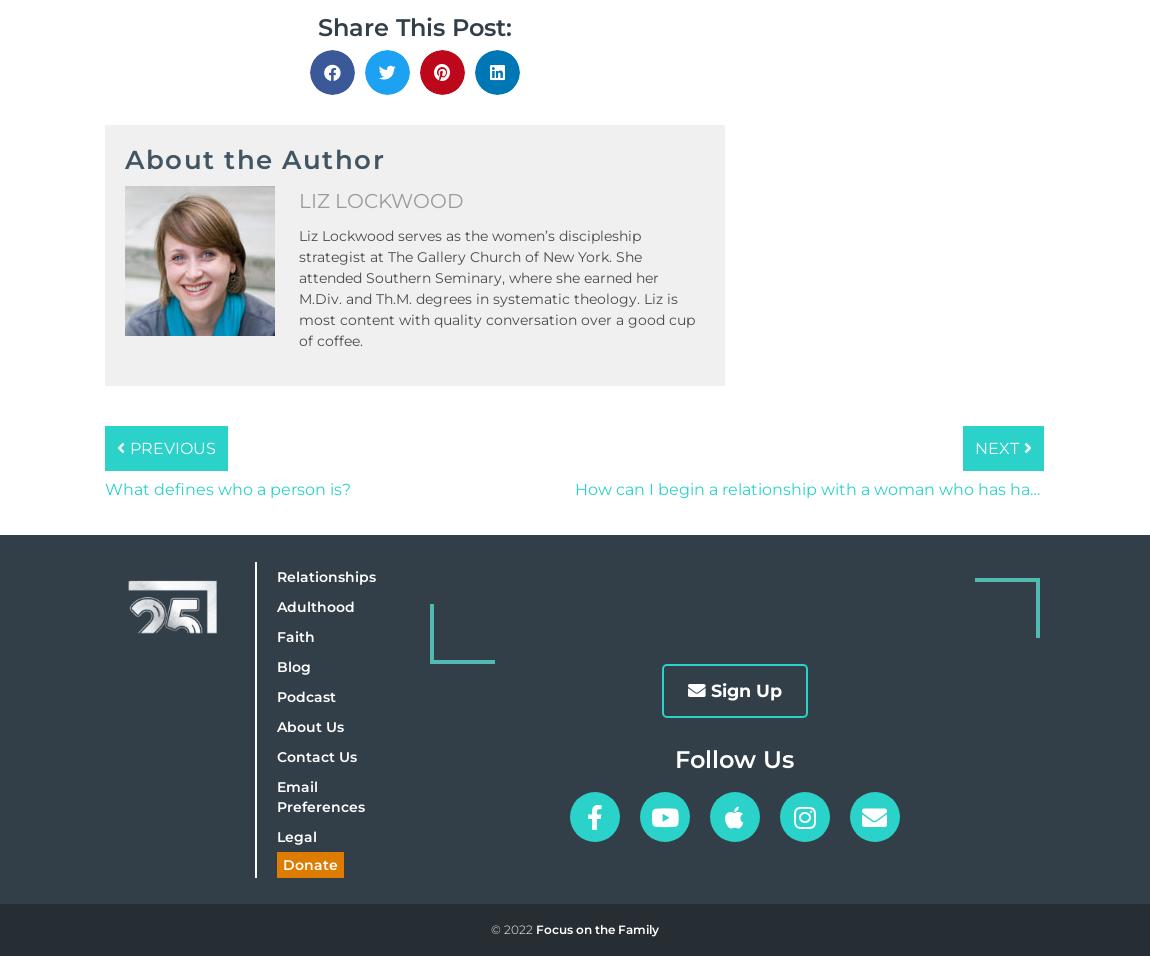 This screenshot has width=1150, height=956. Describe the element at coordinates (171, 448) in the screenshot. I see `'Previous'` at that location.